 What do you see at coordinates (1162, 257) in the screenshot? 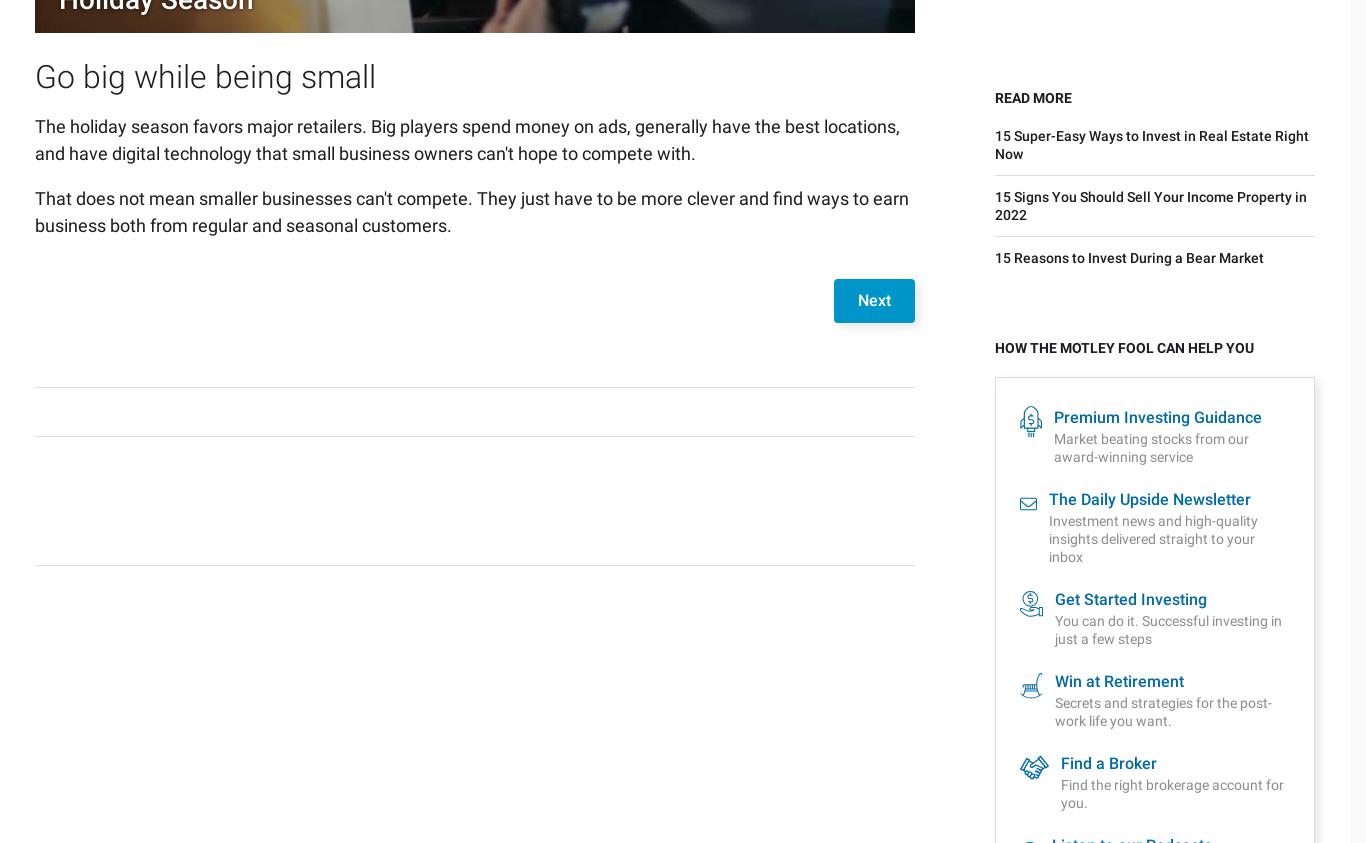
I see `'Secrets and strategies for the post-work life you want.'` at bounding box center [1162, 257].